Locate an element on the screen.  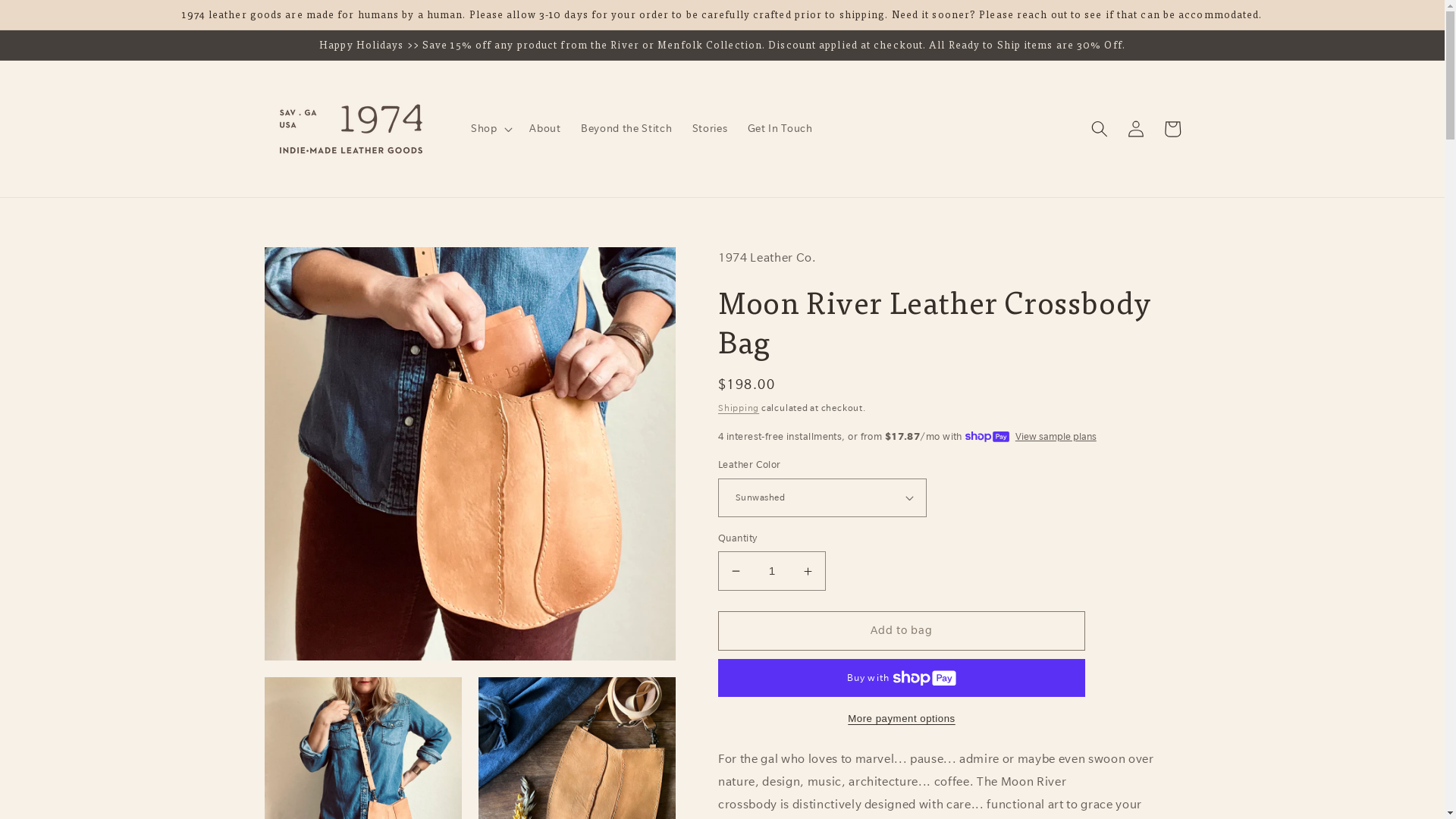
'Log in' is located at coordinates (1135, 127).